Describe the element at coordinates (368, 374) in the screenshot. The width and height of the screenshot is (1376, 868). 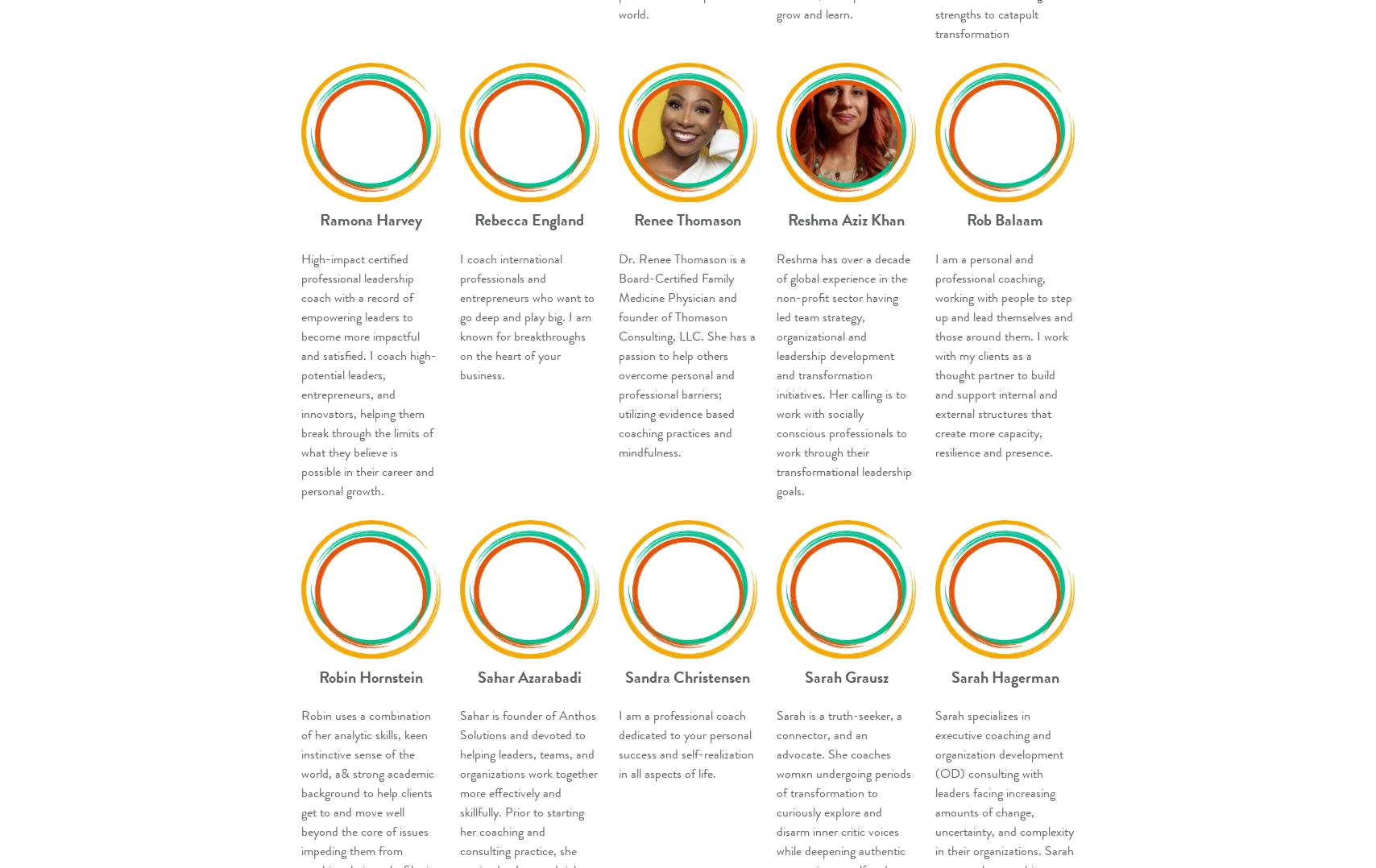
I see `'High-impact certified professional leadership coach with a record of empowering leaders to become more impactful and satisfied. I coach high-potential leaders, entrepreneurs, and innovators, helping them break through the limits of what they believe is possible in their career and personal growth.'` at that location.